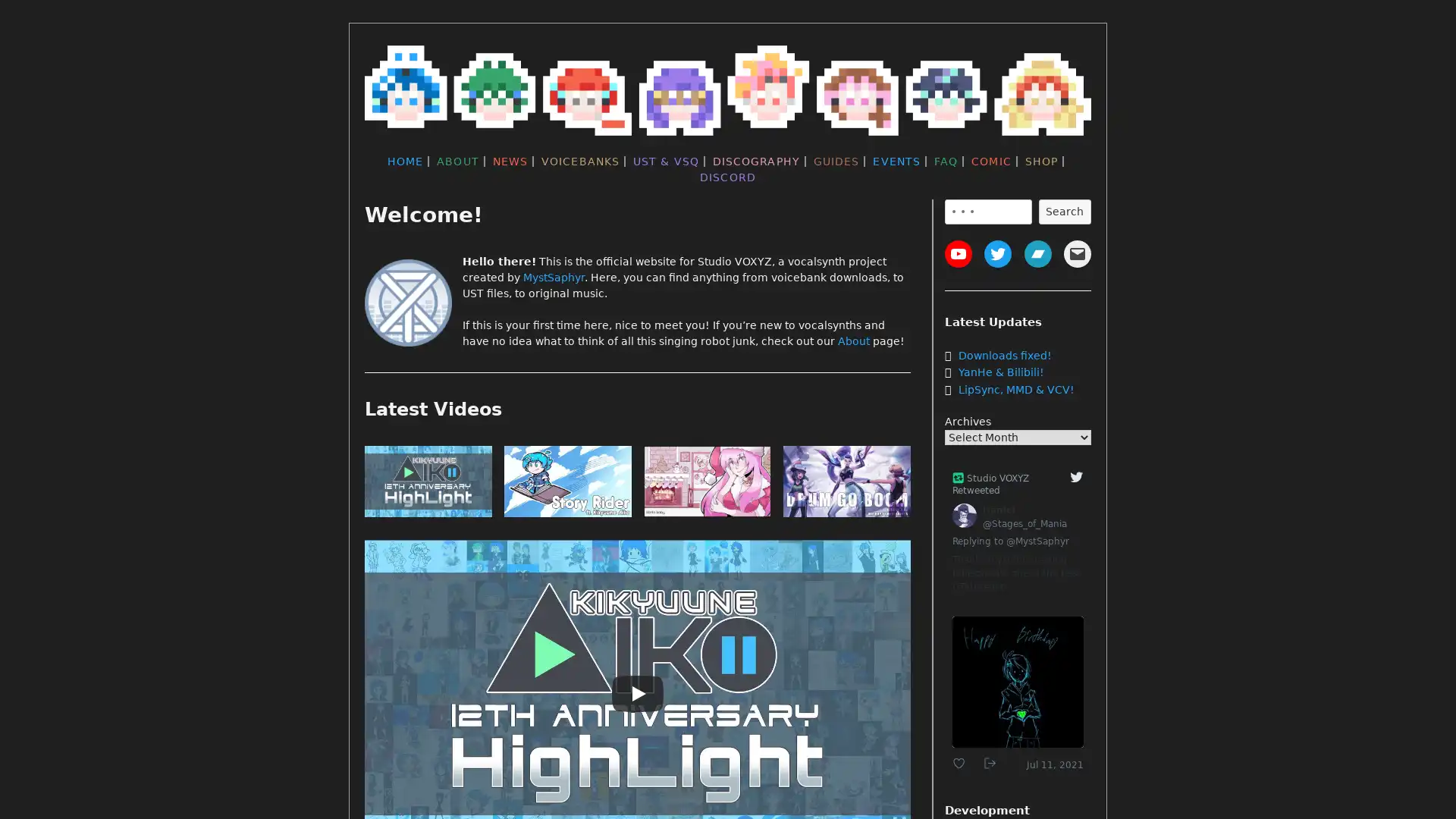 The image size is (1456, 819). What do you see at coordinates (428, 485) in the screenshot?
I see `play` at bounding box center [428, 485].